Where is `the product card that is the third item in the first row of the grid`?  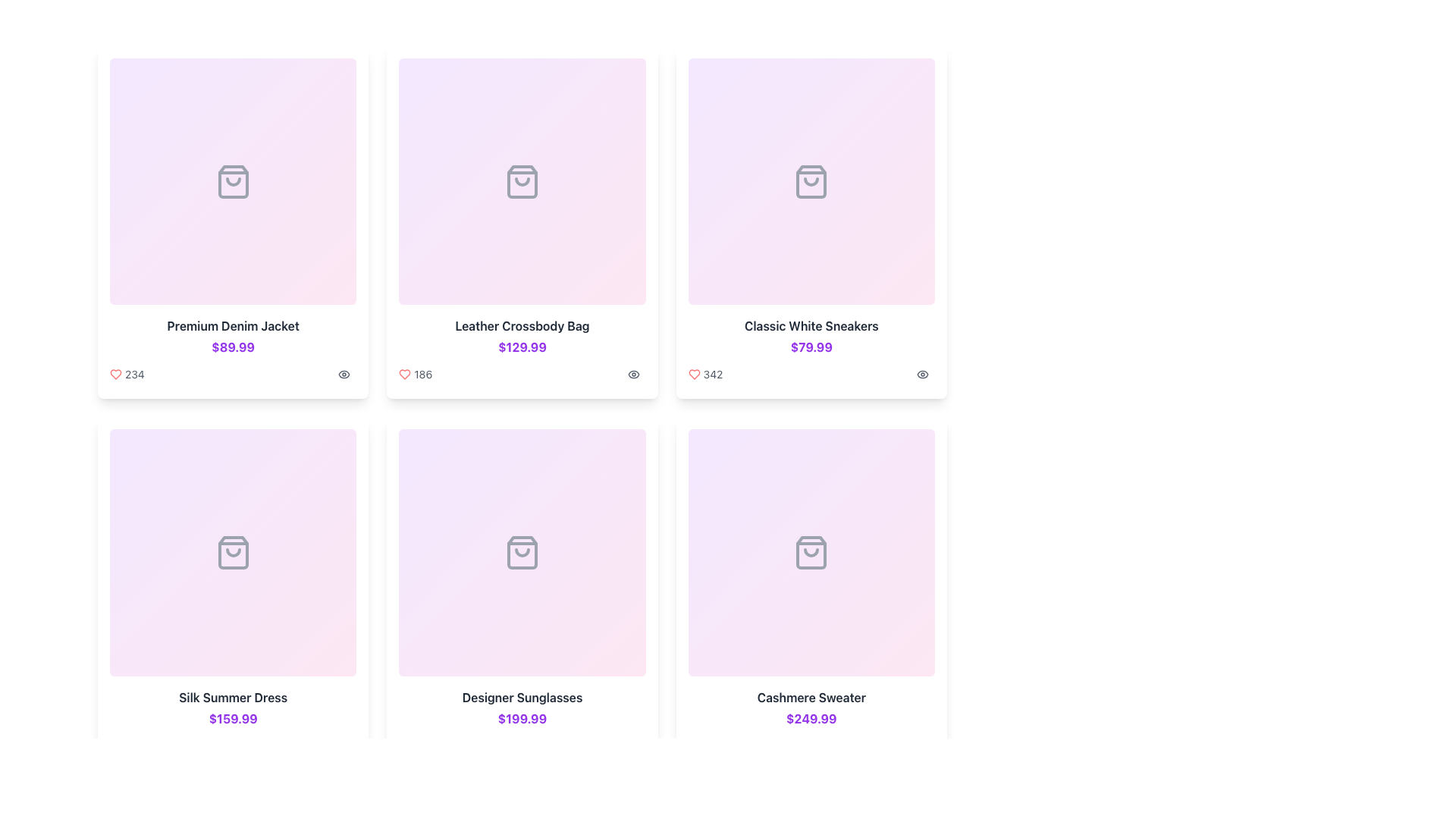 the product card that is the third item in the first row of the grid is located at coordinates (811, 222).